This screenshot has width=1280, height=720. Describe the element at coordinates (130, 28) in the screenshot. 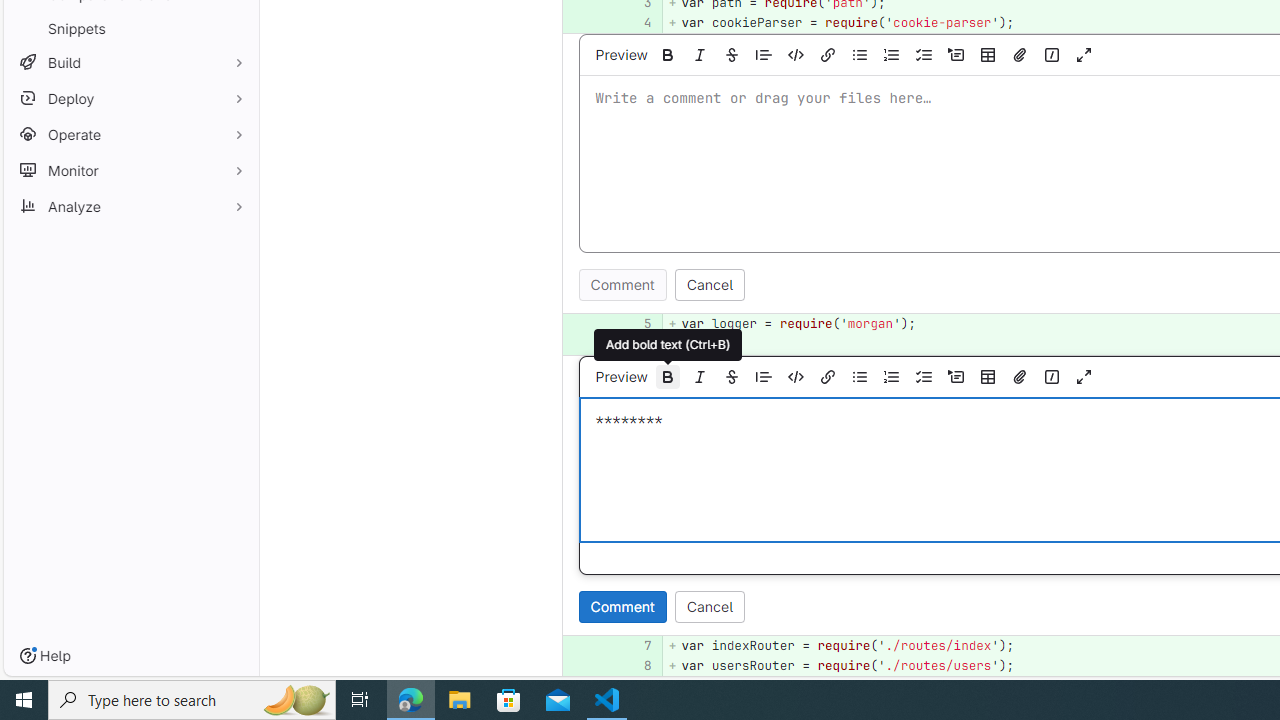

I see `'Snippets'` at that location.